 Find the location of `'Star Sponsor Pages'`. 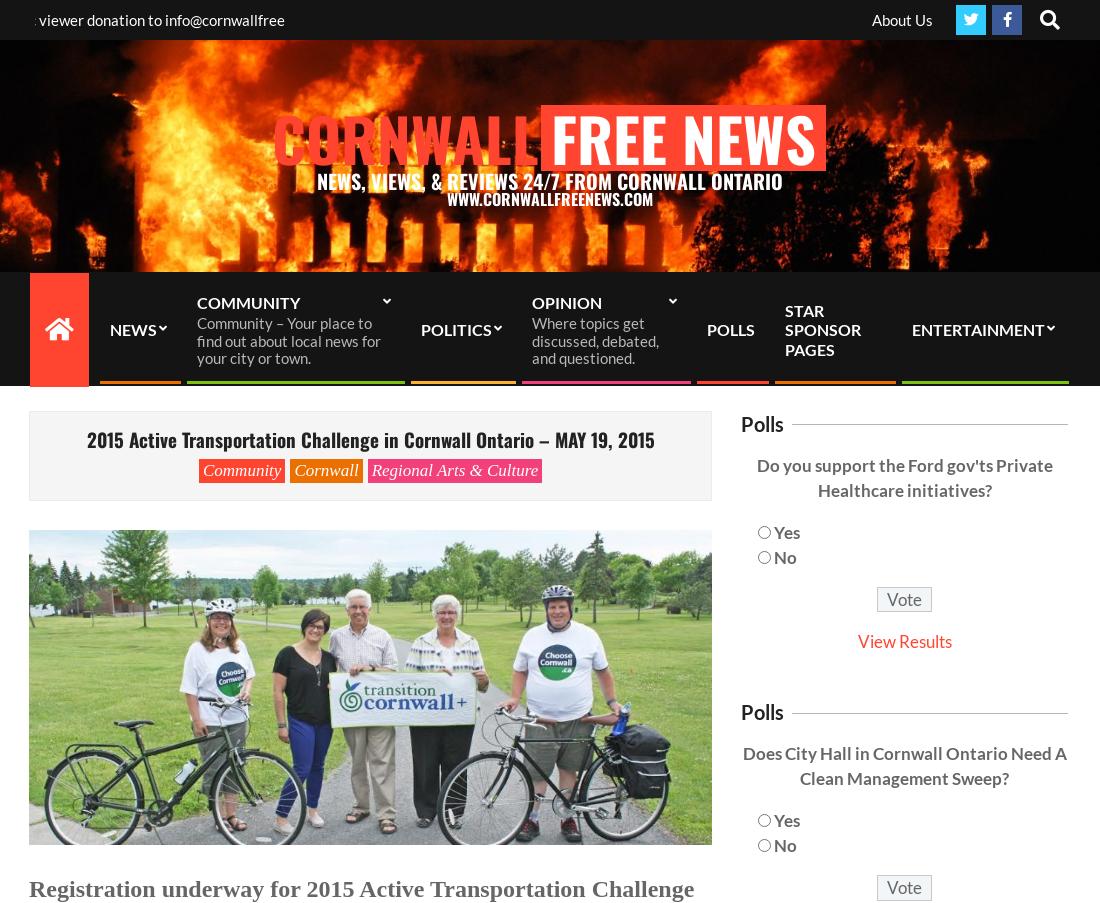

'Star Sponsor Pages' is located at coordinates (823, 328).